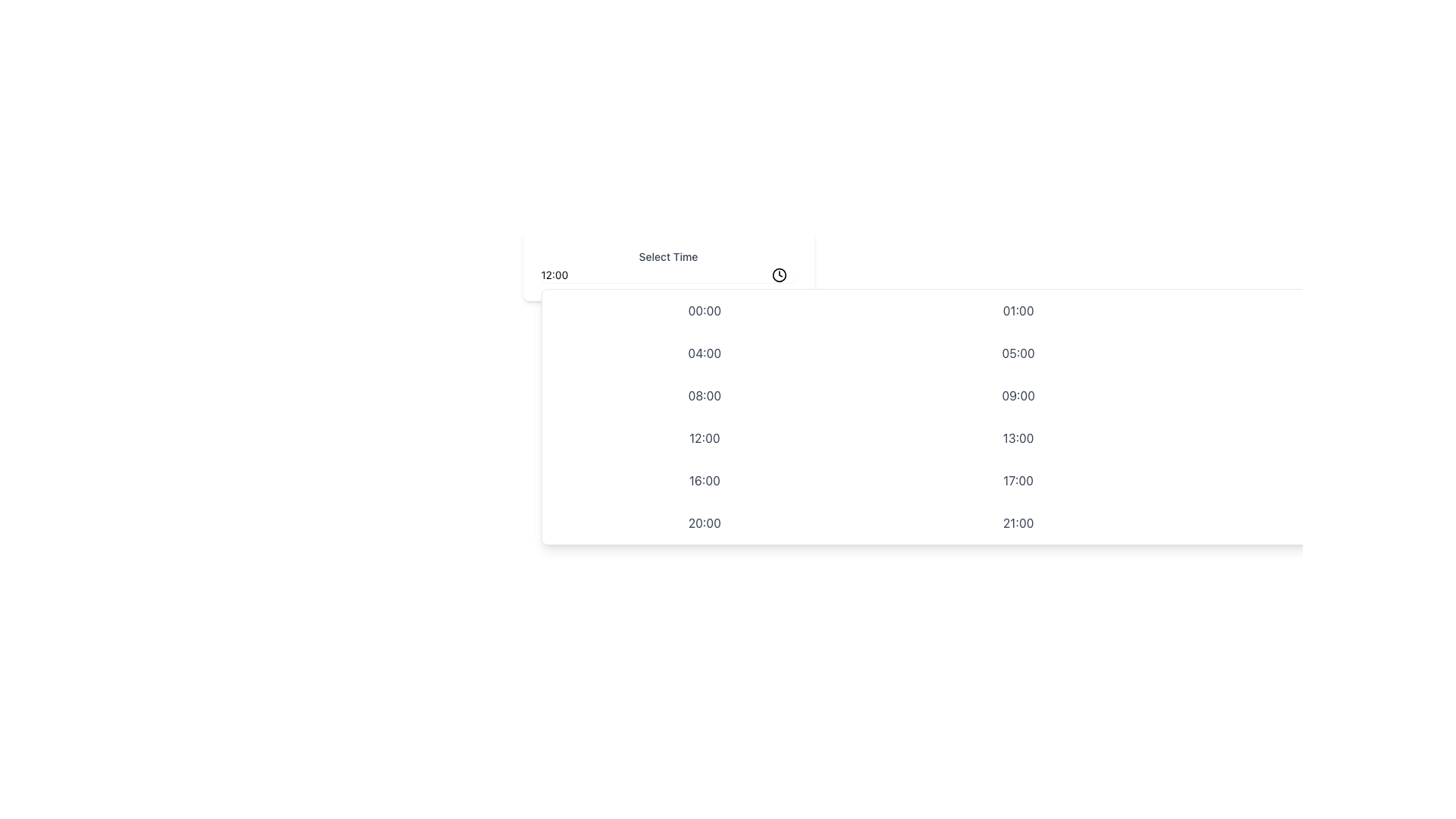  I want to click on the icon located at the far right of the 'Select Time' text input field, which potentially opens a time picker, so click(783, 275).